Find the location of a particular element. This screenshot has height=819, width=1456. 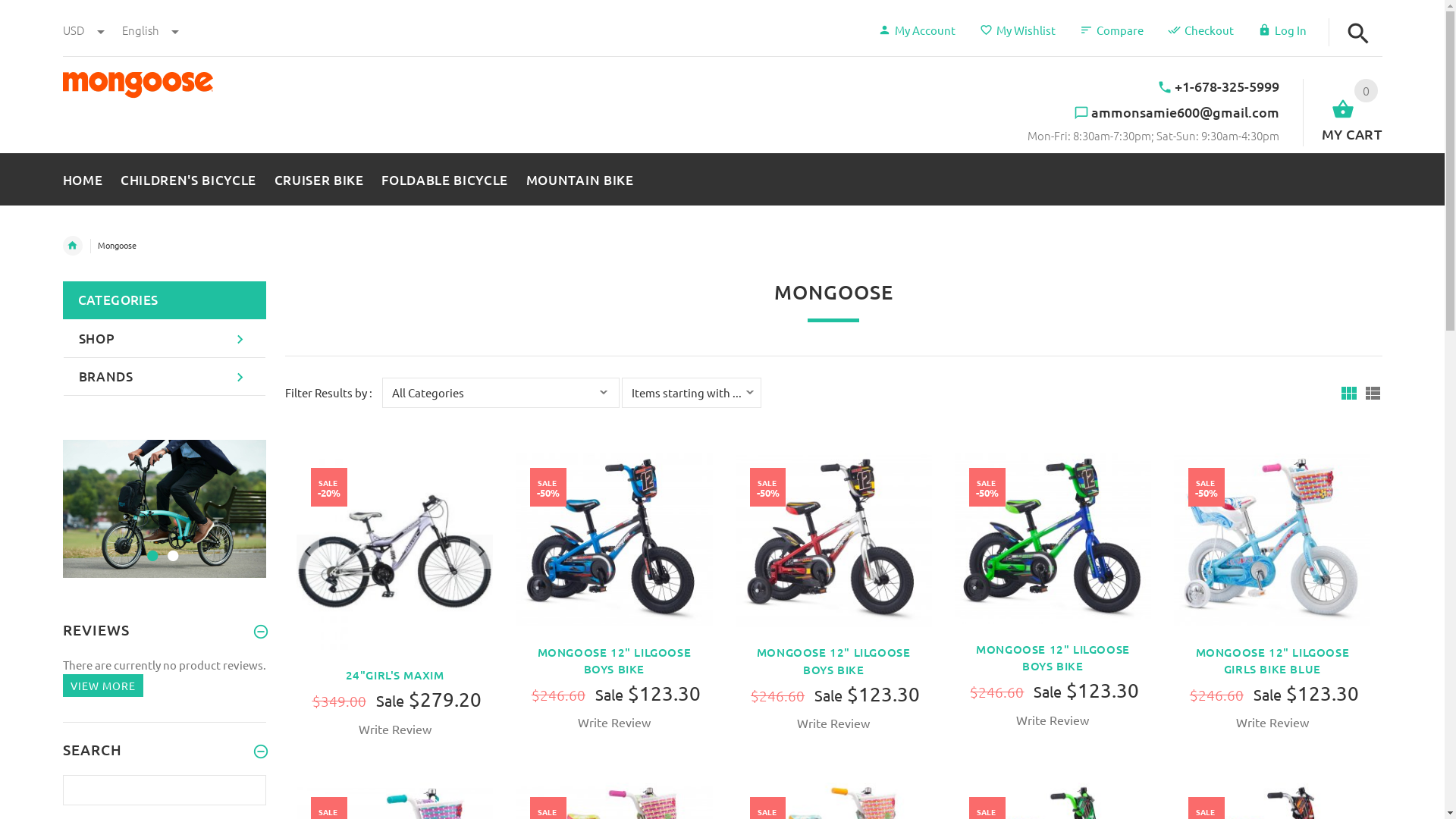

'0 is located at coordinates (1342, 111).